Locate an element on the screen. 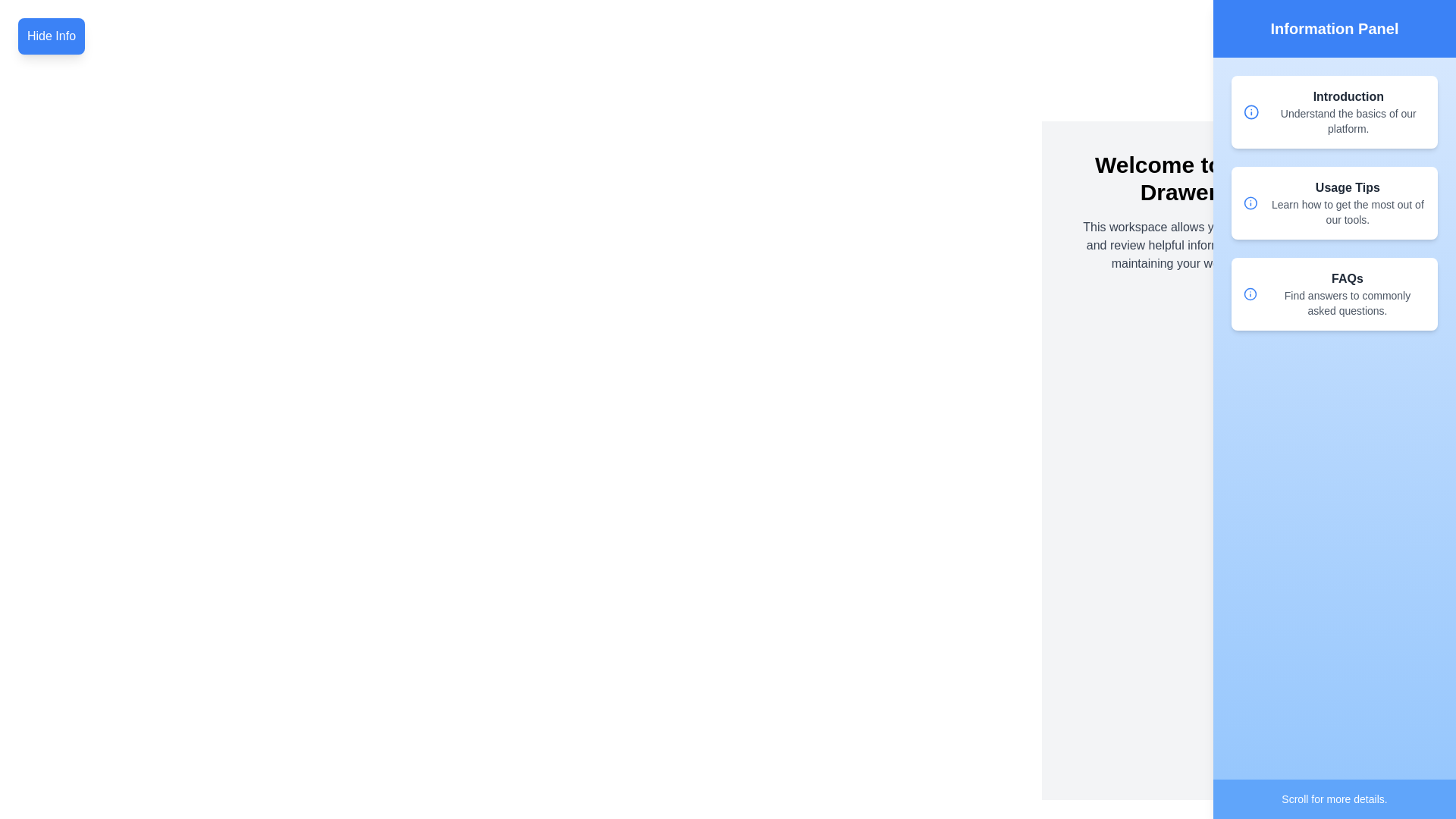 This screenshot has width=1456, height=819. the circular SVG element with a blue outline located in the 'Information Panel' section, which serves as the background for the info icon adjacent to the 'FAQs' label is located at coordinates (1251, 111).